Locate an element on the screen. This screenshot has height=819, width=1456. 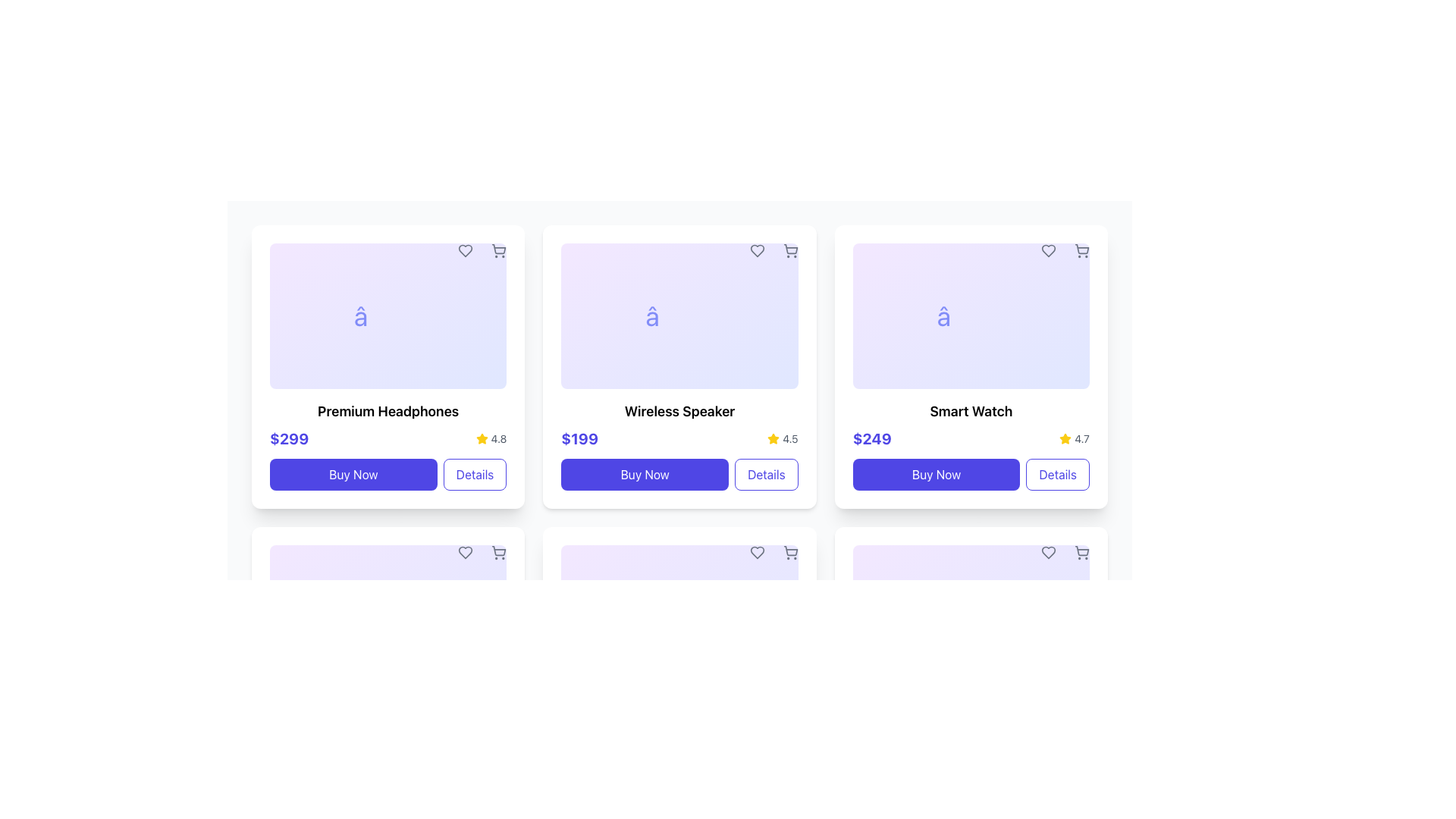
the icon-based button in the top-right corner of the middle product card is located at coordinates (498, 250).